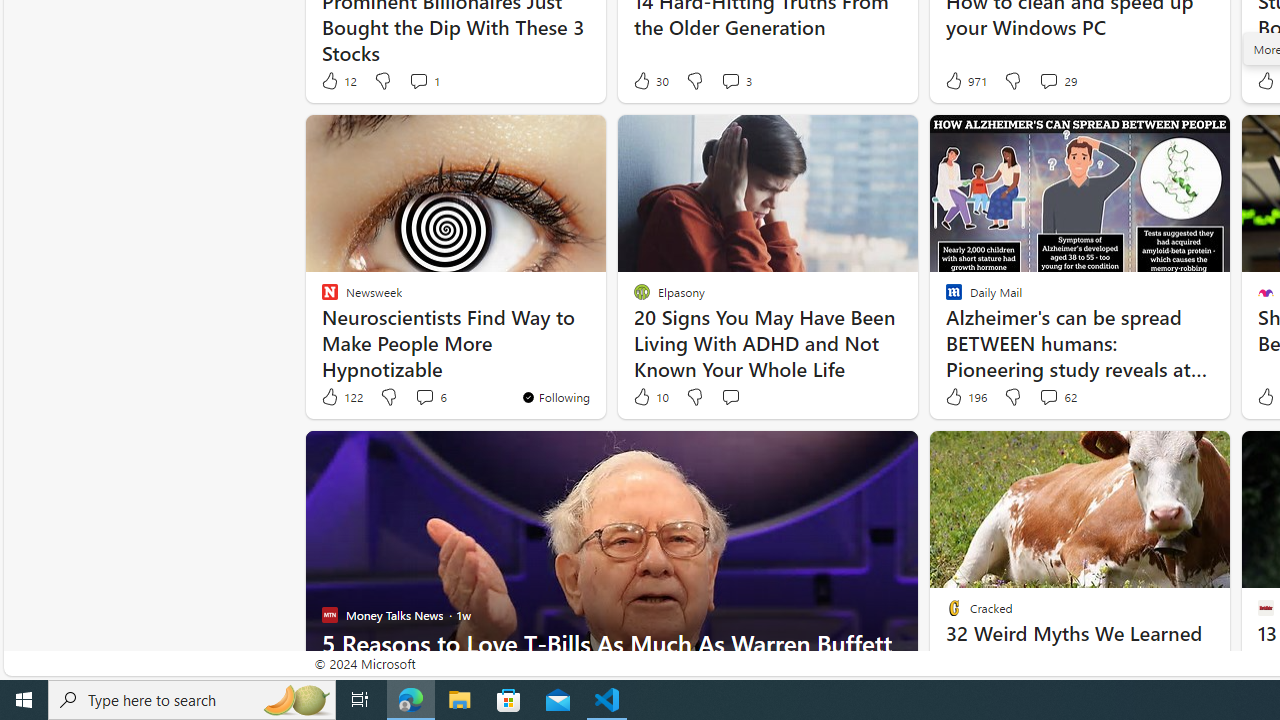 The width and height of the screenshot is (1280, 720). I want to click on 'View comments 62 Comment', so click(1056, 397).